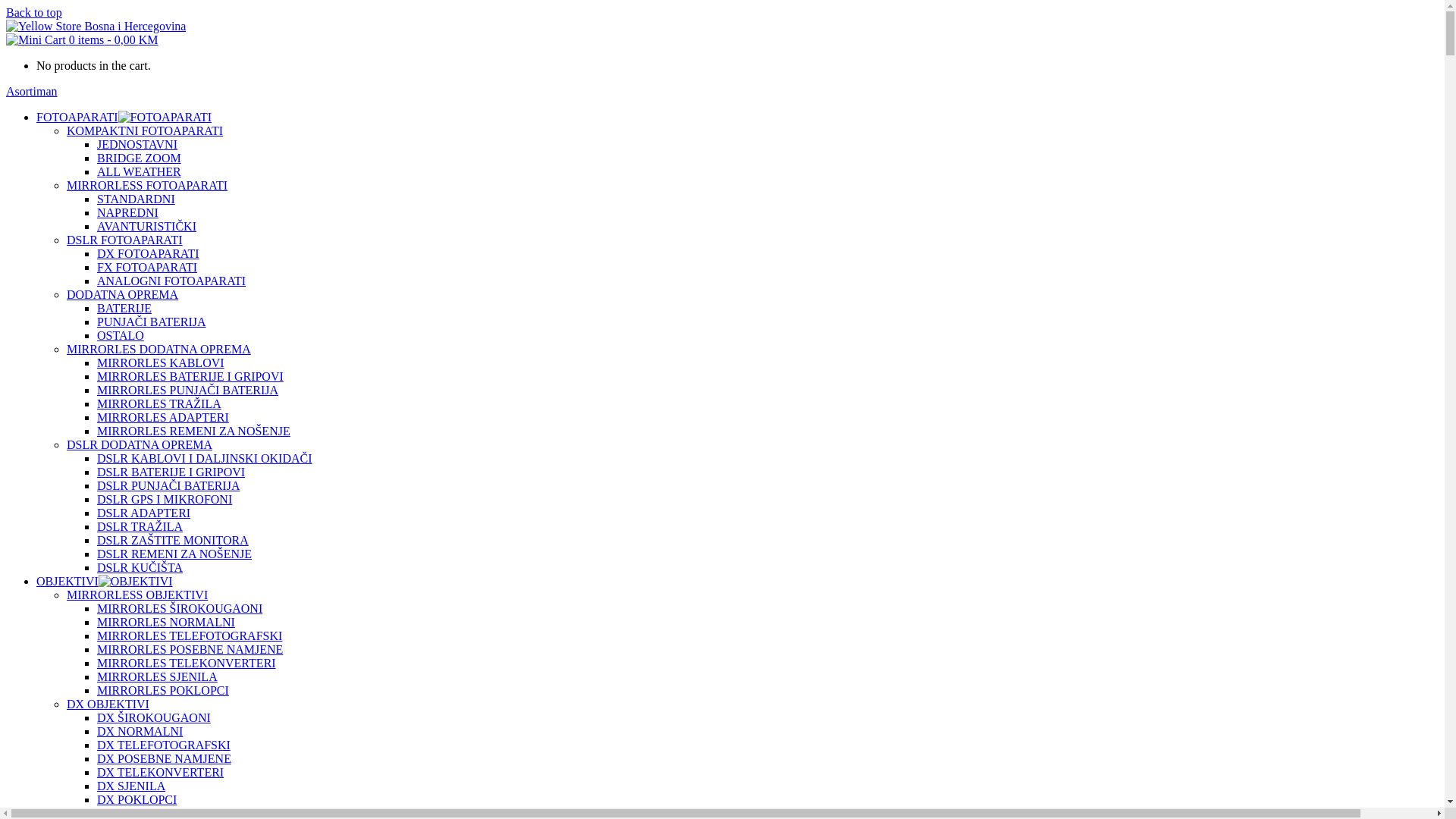 This screenshot has width=1456, height=819. What do you see at coordinates (137, 144) in the screenshot?
I see `'JEDNOSTAVNI'` at bounding box center [137, 144].